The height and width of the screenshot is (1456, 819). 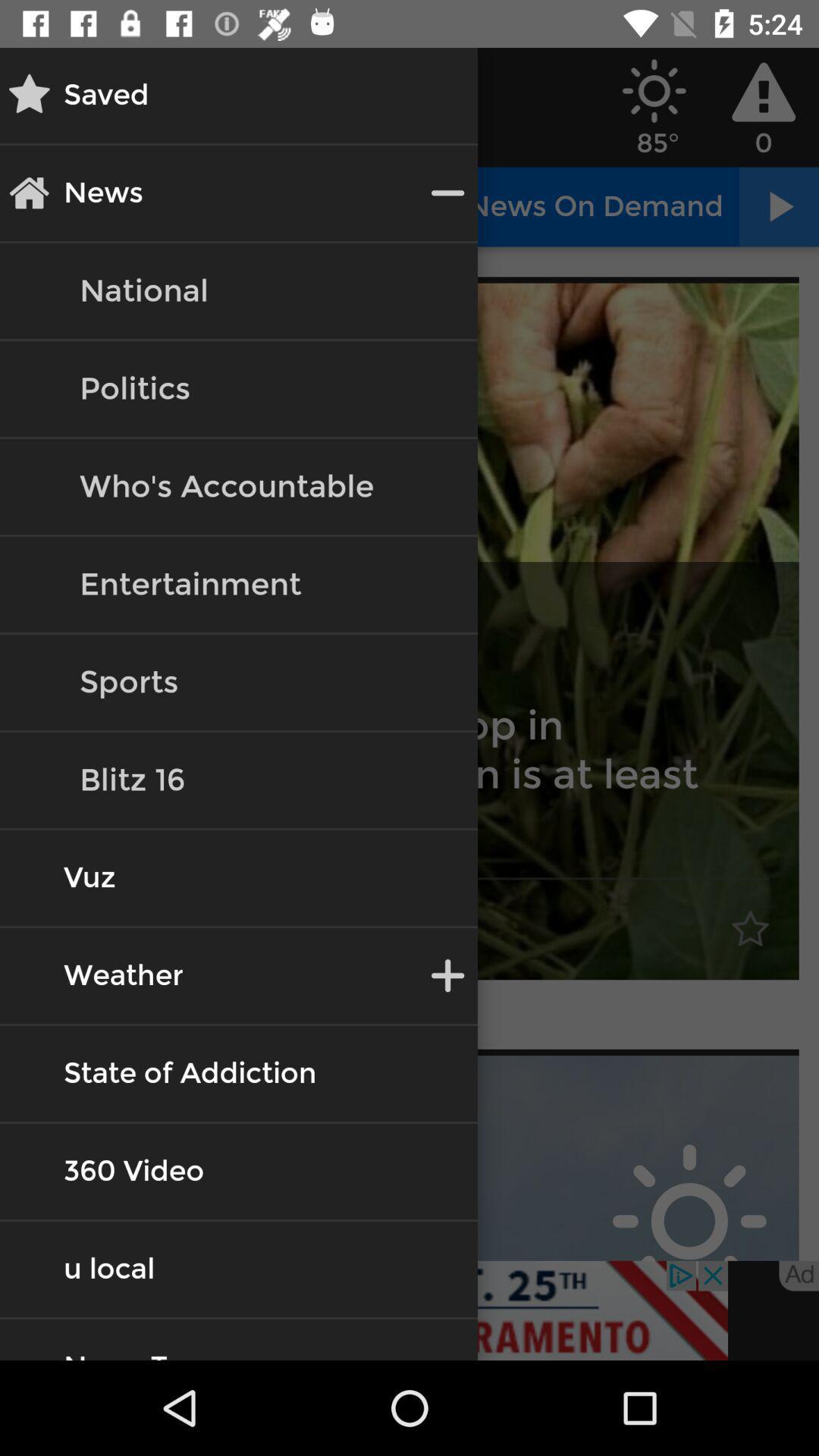 I want to click on the star icon, so click(x=55, y=102).